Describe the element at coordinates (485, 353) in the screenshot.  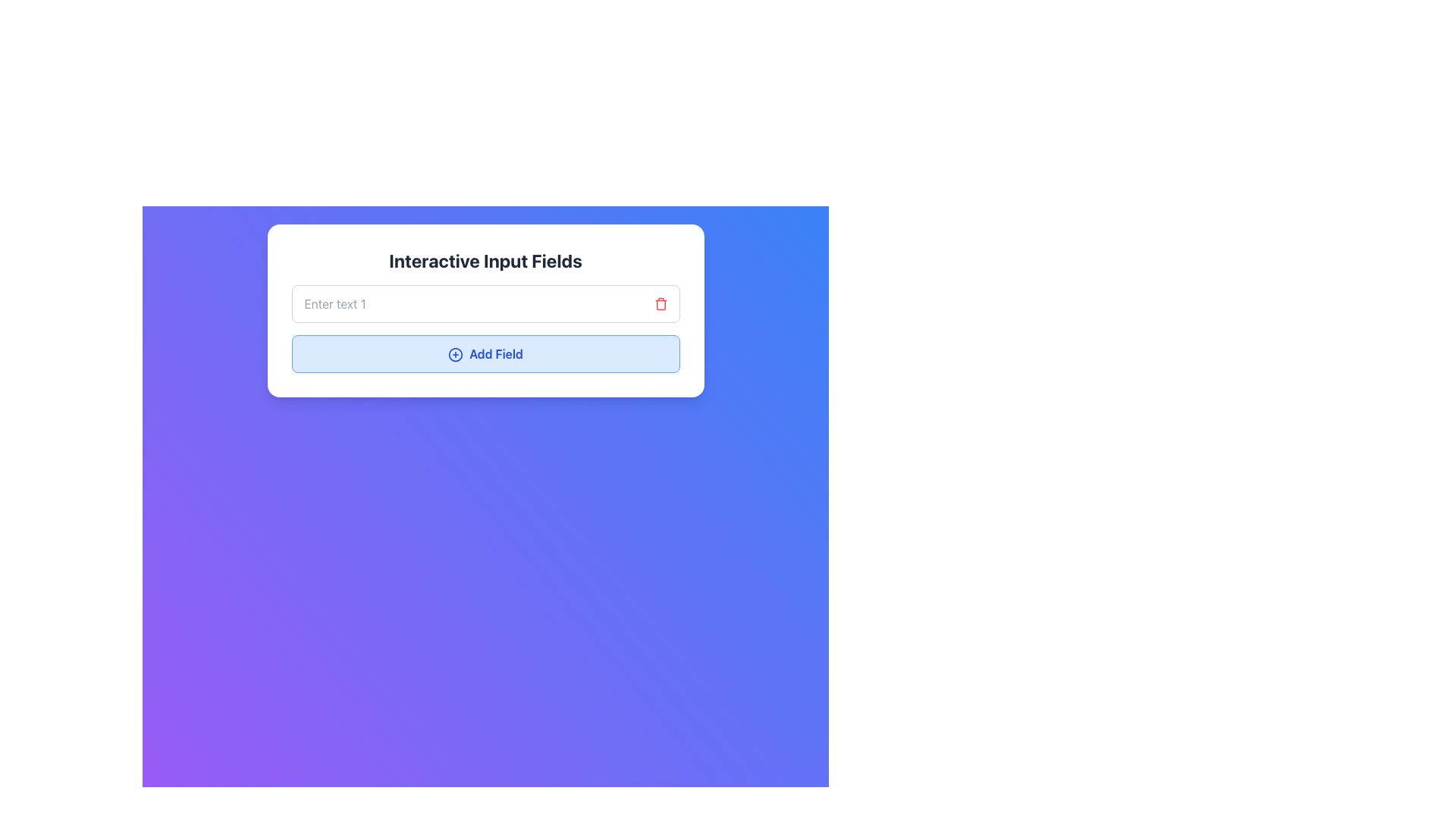
I see `the 'Add Field' button, which is a rectangular button with a light blue background and a plus sign icon, located under the 'Interactive Input Fields' heading` at that location.